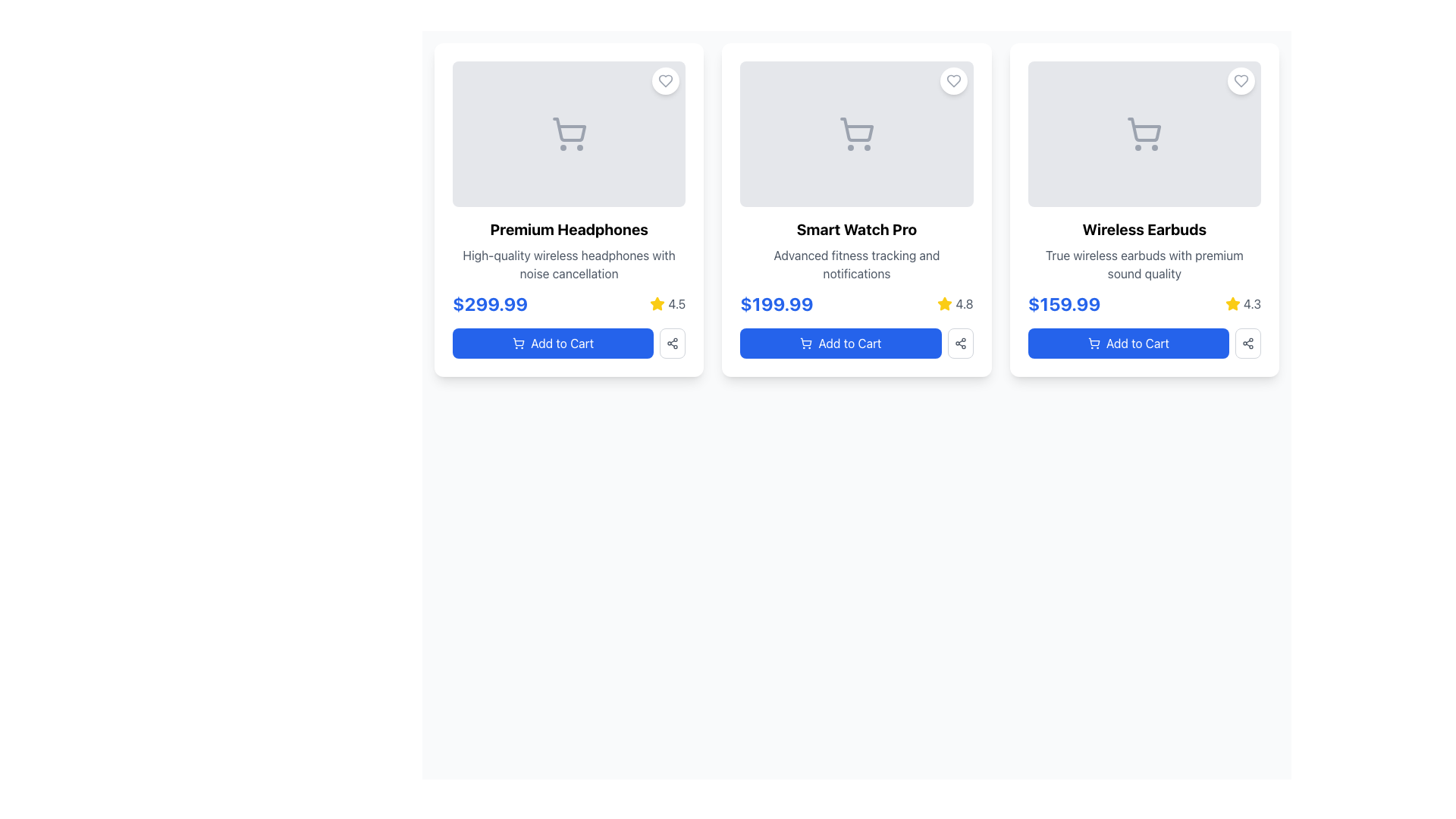  What do you see at coordinates (1144, 230) in the screenshot?
I see `text from the title label of the product displayed in the third card from the left, located beneath the image placeholder` at bounding box center [1144, 230].